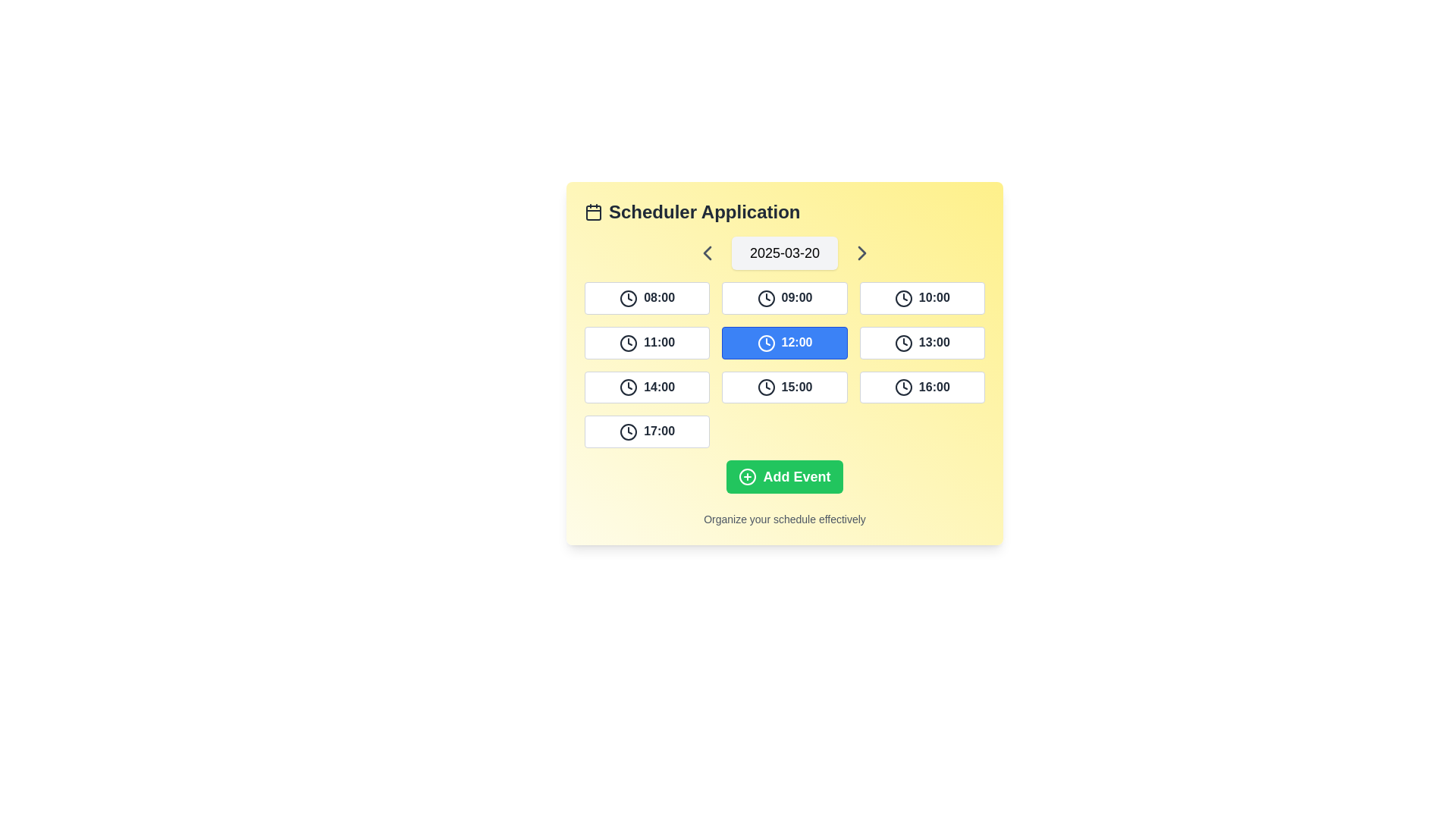 The width and height of the screenshot is (1456, 819). Describe the element at coordinates (921, 298) in the screenshot. I see `the rectangular button displaying a clock icon and the text '10:00'` at that location.